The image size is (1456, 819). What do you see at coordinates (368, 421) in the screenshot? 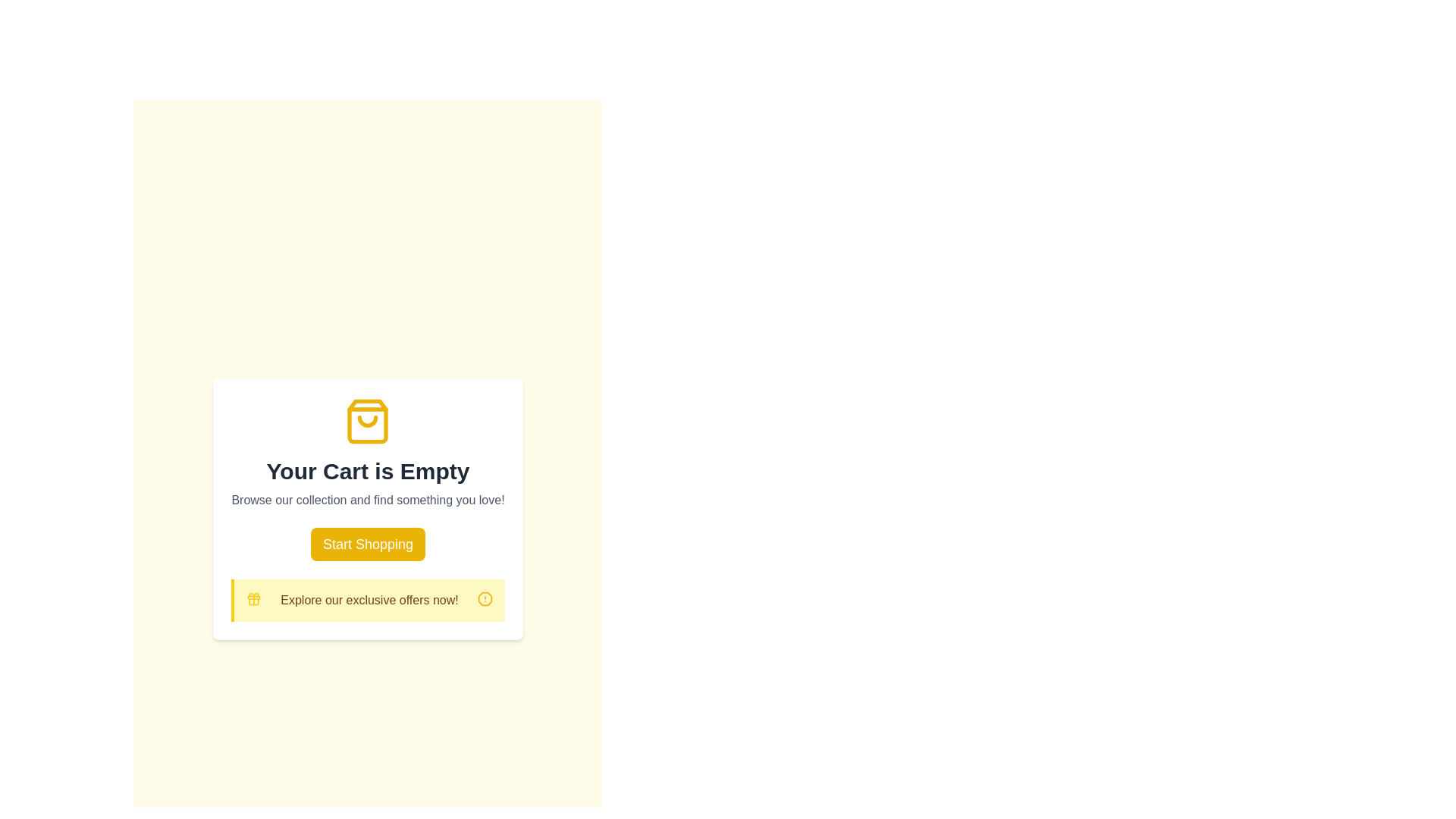
I see `the shopping bag icon with a cheerful face, which is located at the top center of a white rounded card that contains the 'Your Cart is Empty' message` at bounding box center [368, 421].